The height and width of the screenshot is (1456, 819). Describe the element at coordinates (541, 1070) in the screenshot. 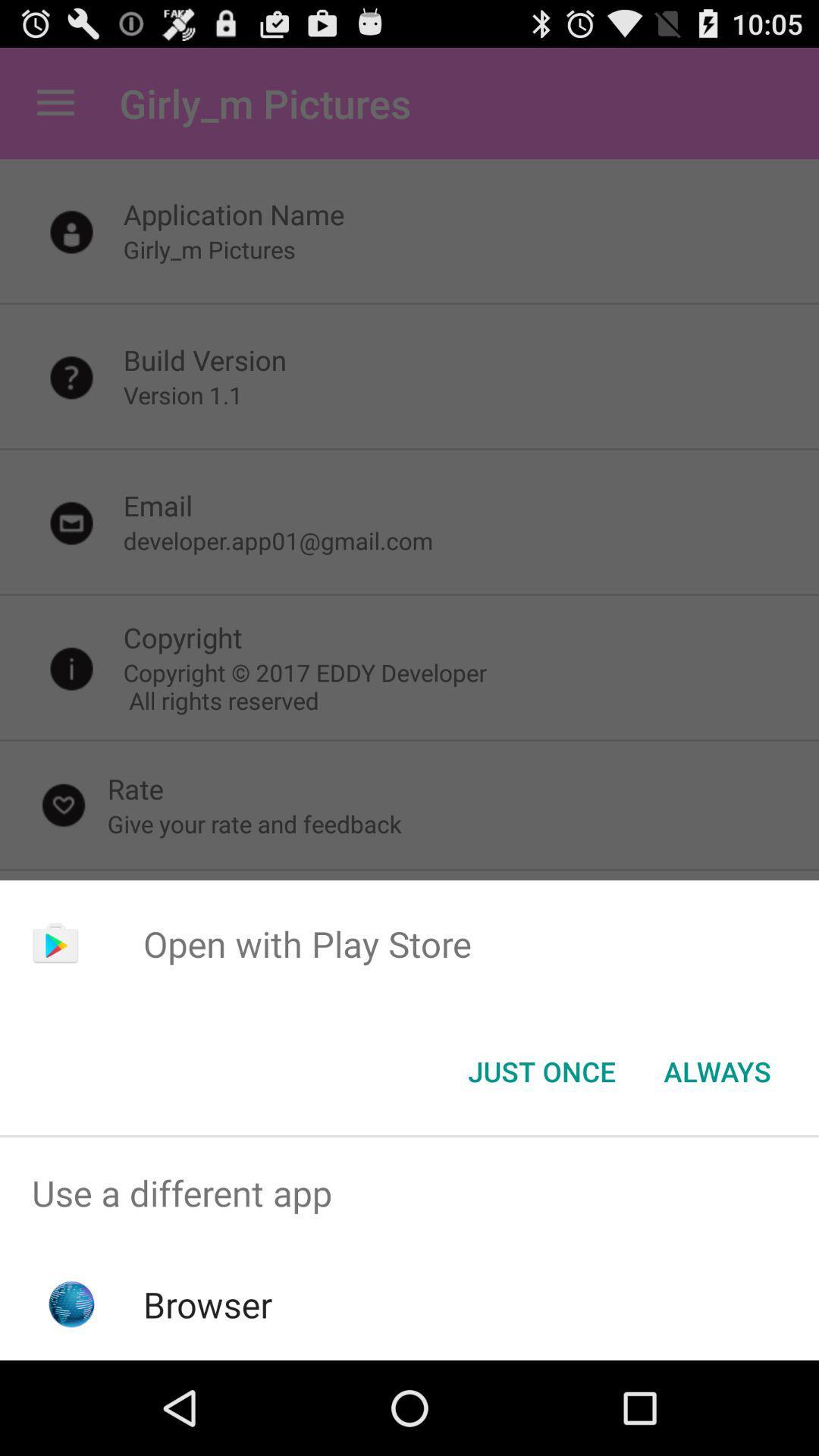

I see `the just once button` at that location.